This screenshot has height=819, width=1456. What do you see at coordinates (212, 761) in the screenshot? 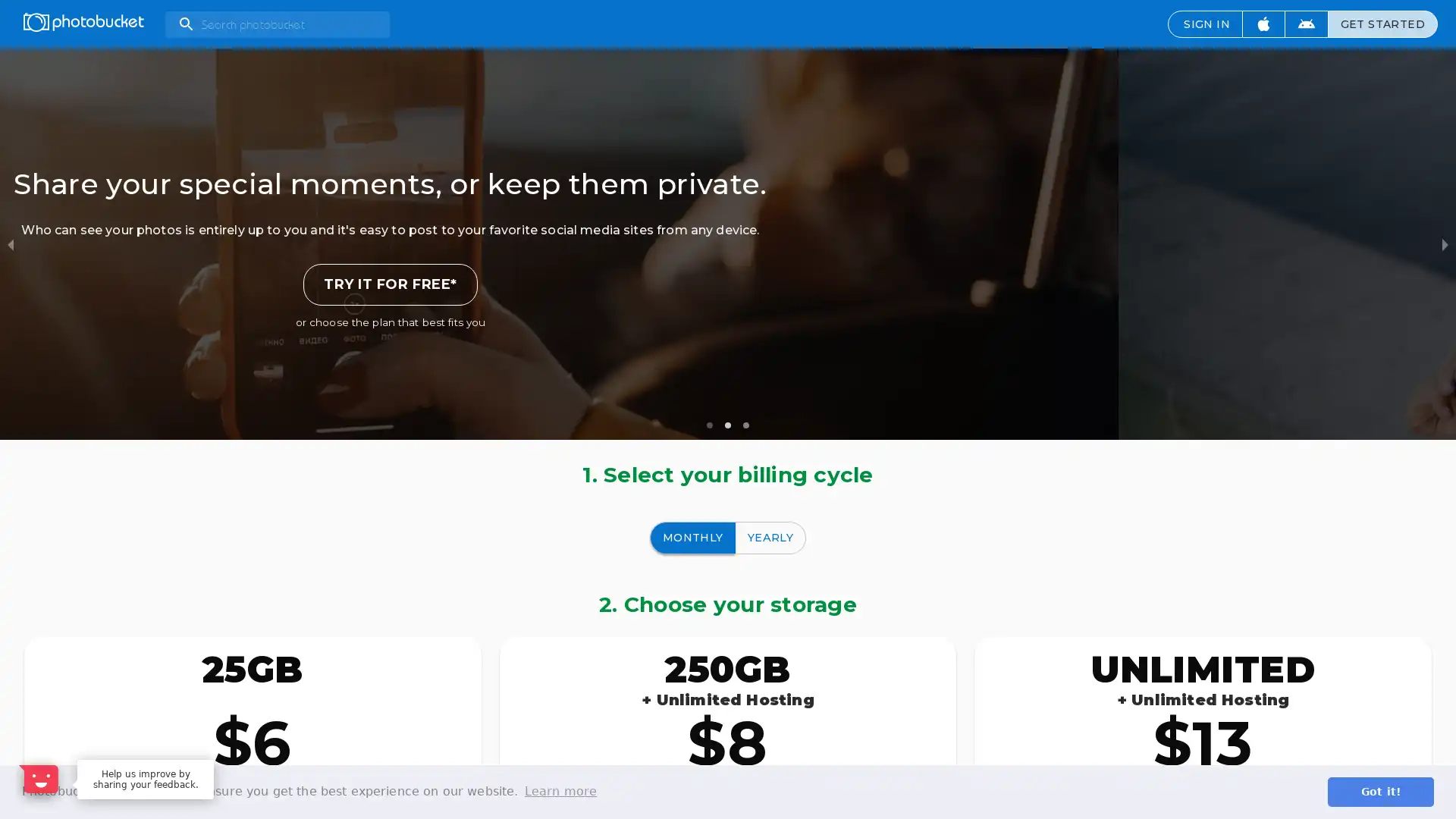
I see `Dismiss Message` at bounding box center [212, 761].